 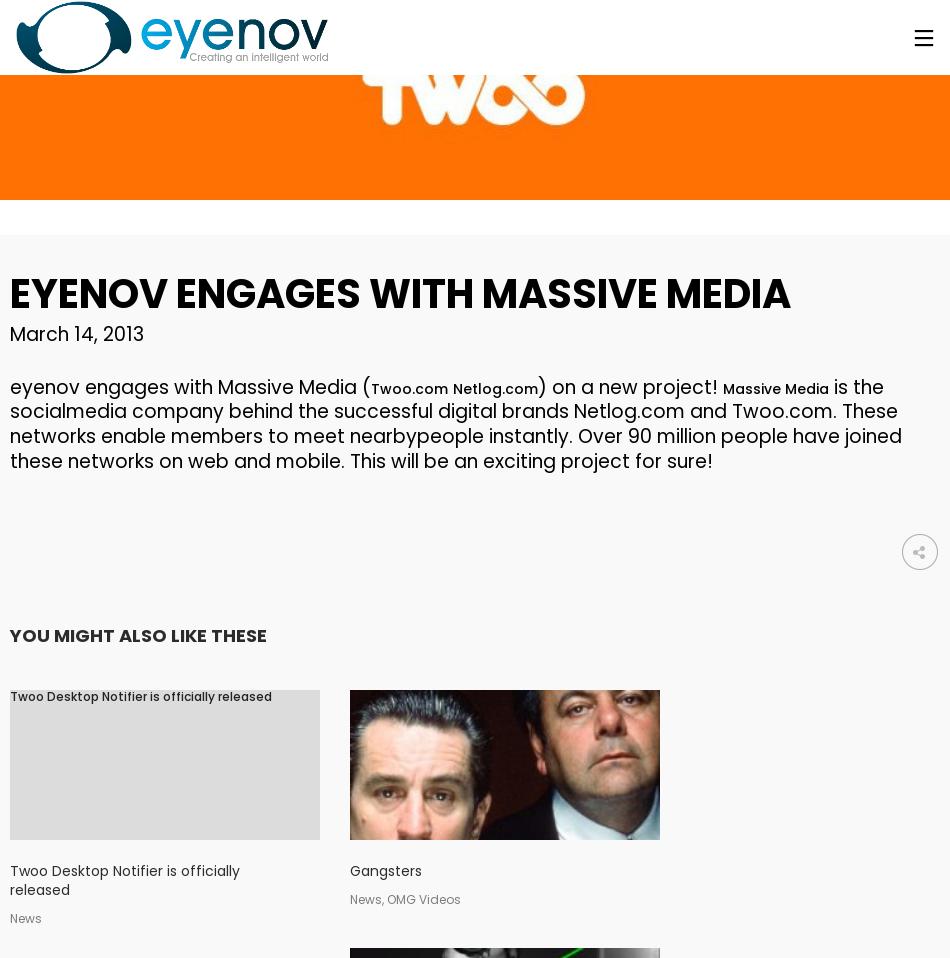 I want to click on 'Gangsters', so click(x=384, y=870).